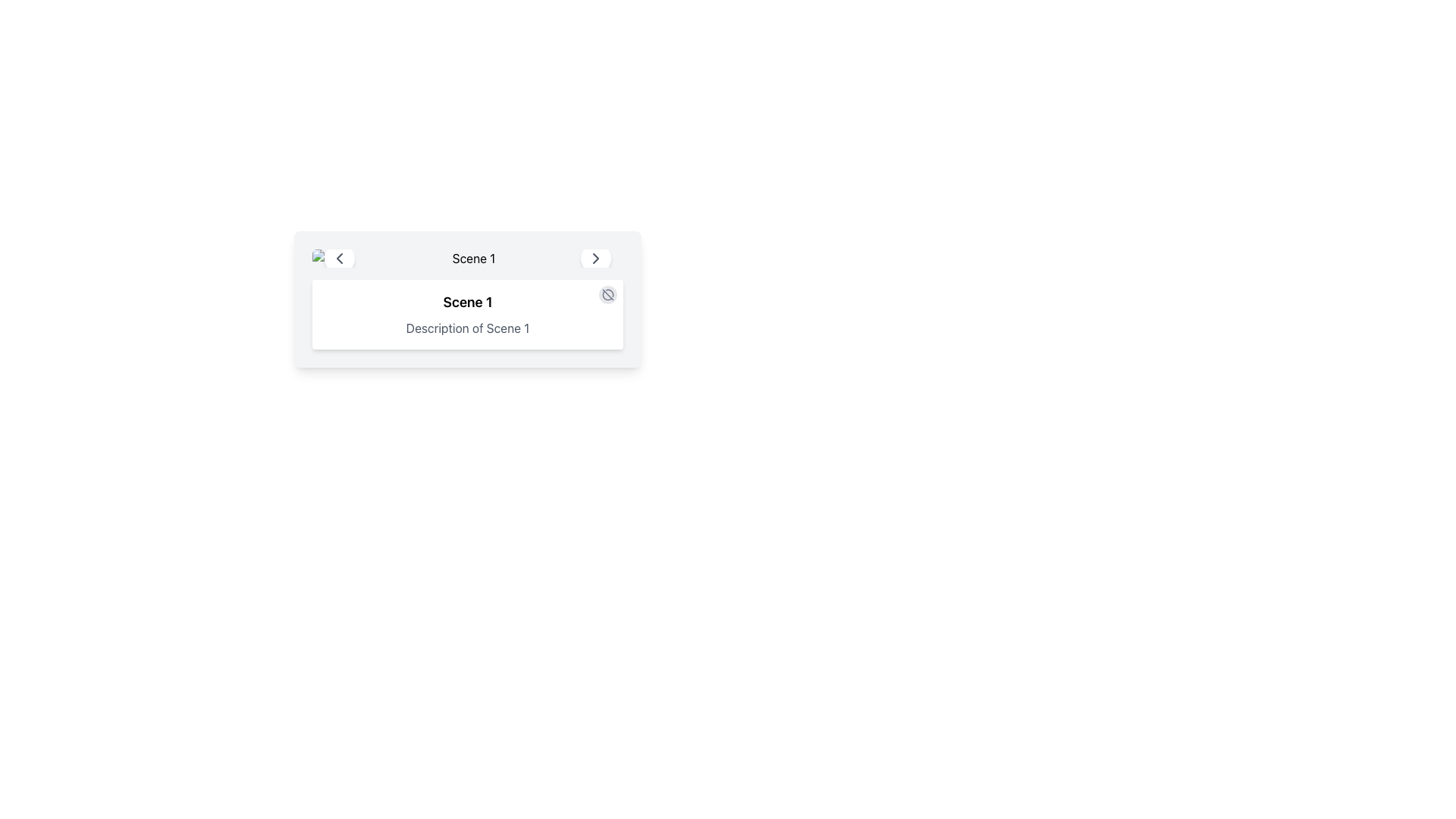  What do you see at coordinates (467, 299) in the screenshot?
I see `the text block that describes 'Scene 1', which is centrally located below the header and flanked by navigation icons` at bounding box center [467, 299].